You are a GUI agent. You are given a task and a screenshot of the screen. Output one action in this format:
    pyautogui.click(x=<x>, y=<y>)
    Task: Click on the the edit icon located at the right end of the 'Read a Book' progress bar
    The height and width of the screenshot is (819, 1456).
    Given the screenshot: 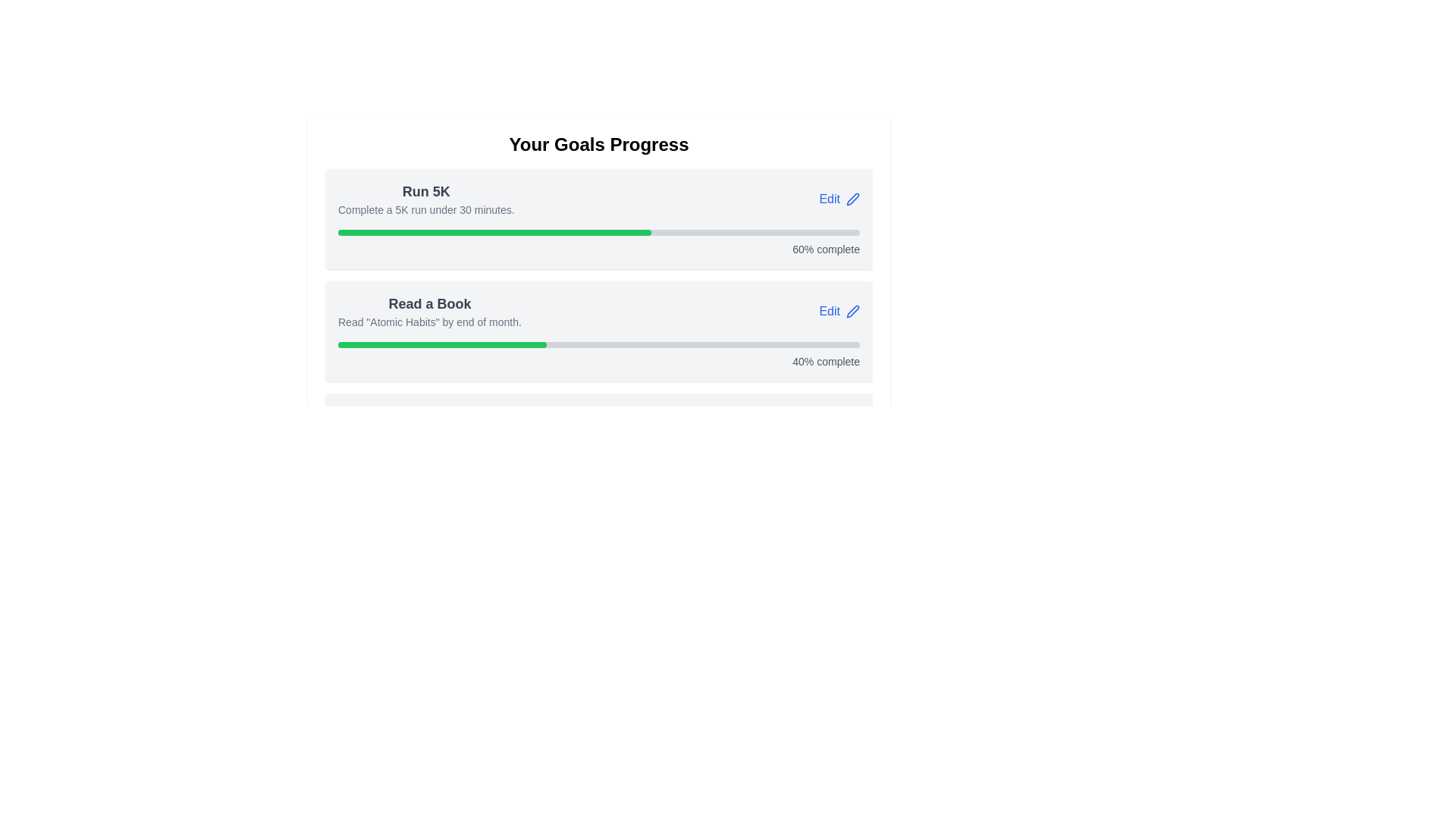 What is the action you would take?
    pyautogui.click(x=852, y=311)
    